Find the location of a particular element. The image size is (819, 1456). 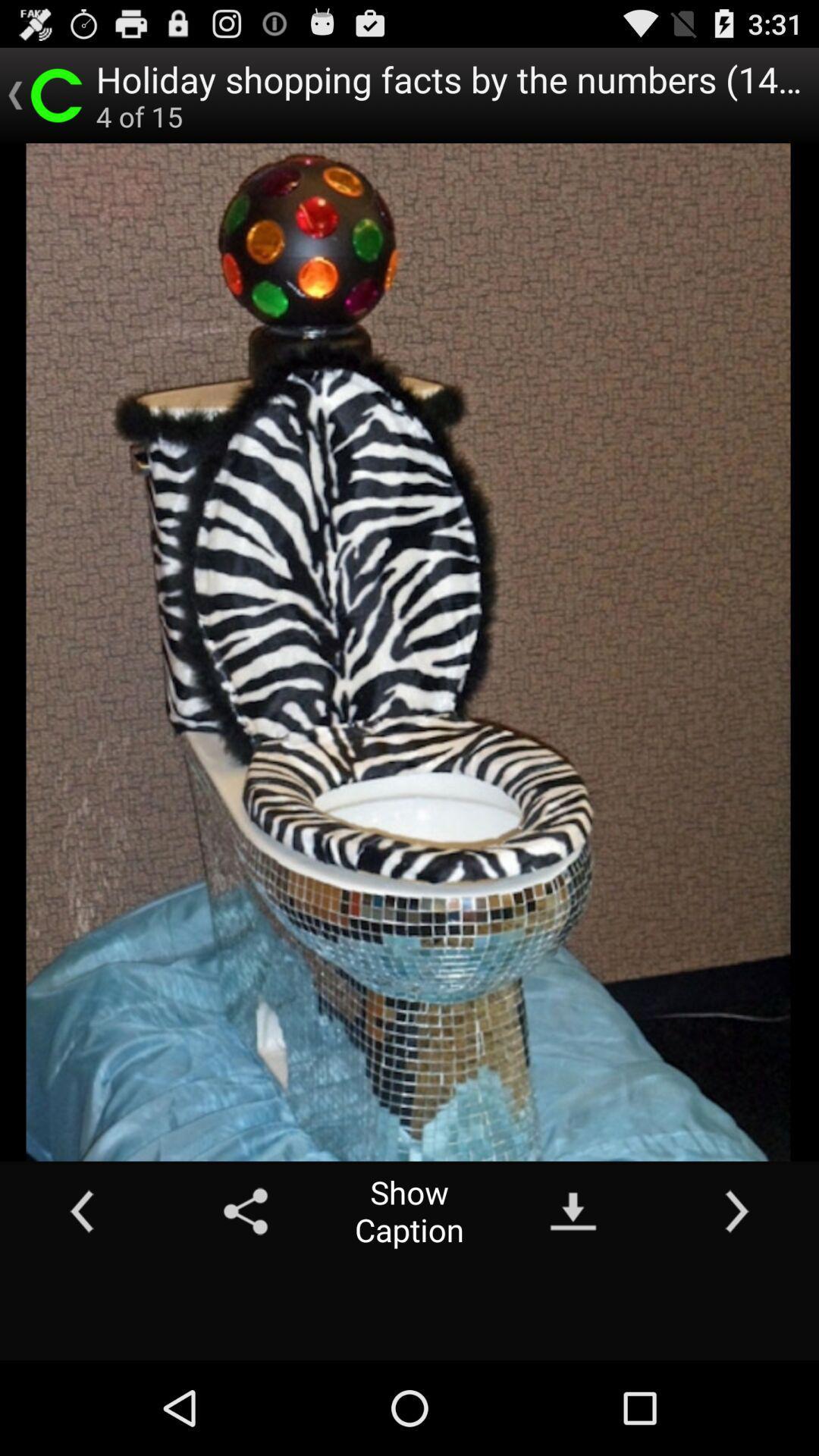

the file_download icon is located at coordinates (573, 1295).